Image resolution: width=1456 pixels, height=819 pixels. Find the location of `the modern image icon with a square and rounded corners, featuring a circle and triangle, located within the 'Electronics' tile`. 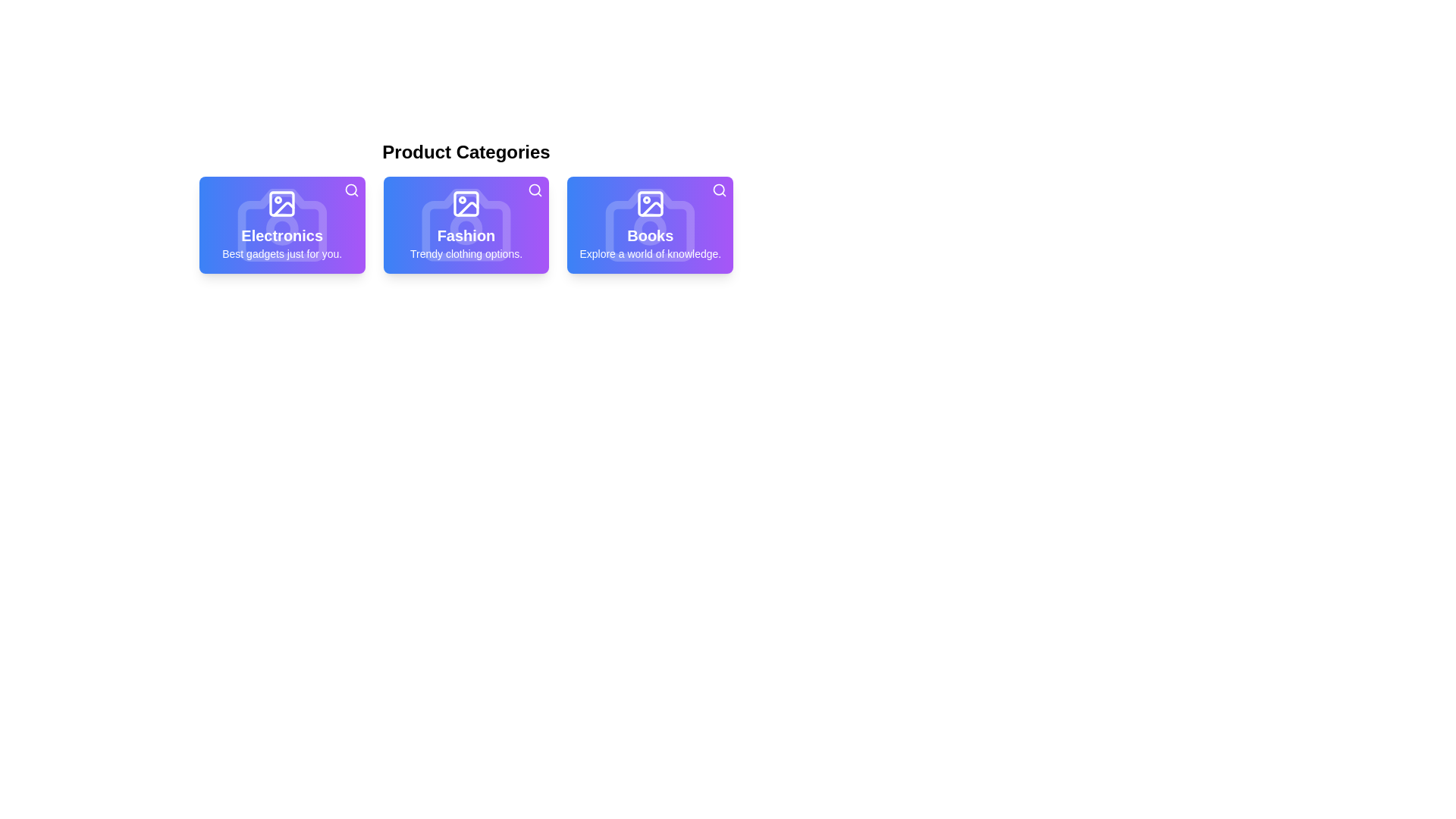

the modern image icon with a square and rounded corners, featuring a circle and triangle, located within the 'Electronics' tile is located at coordinates (282, 203).